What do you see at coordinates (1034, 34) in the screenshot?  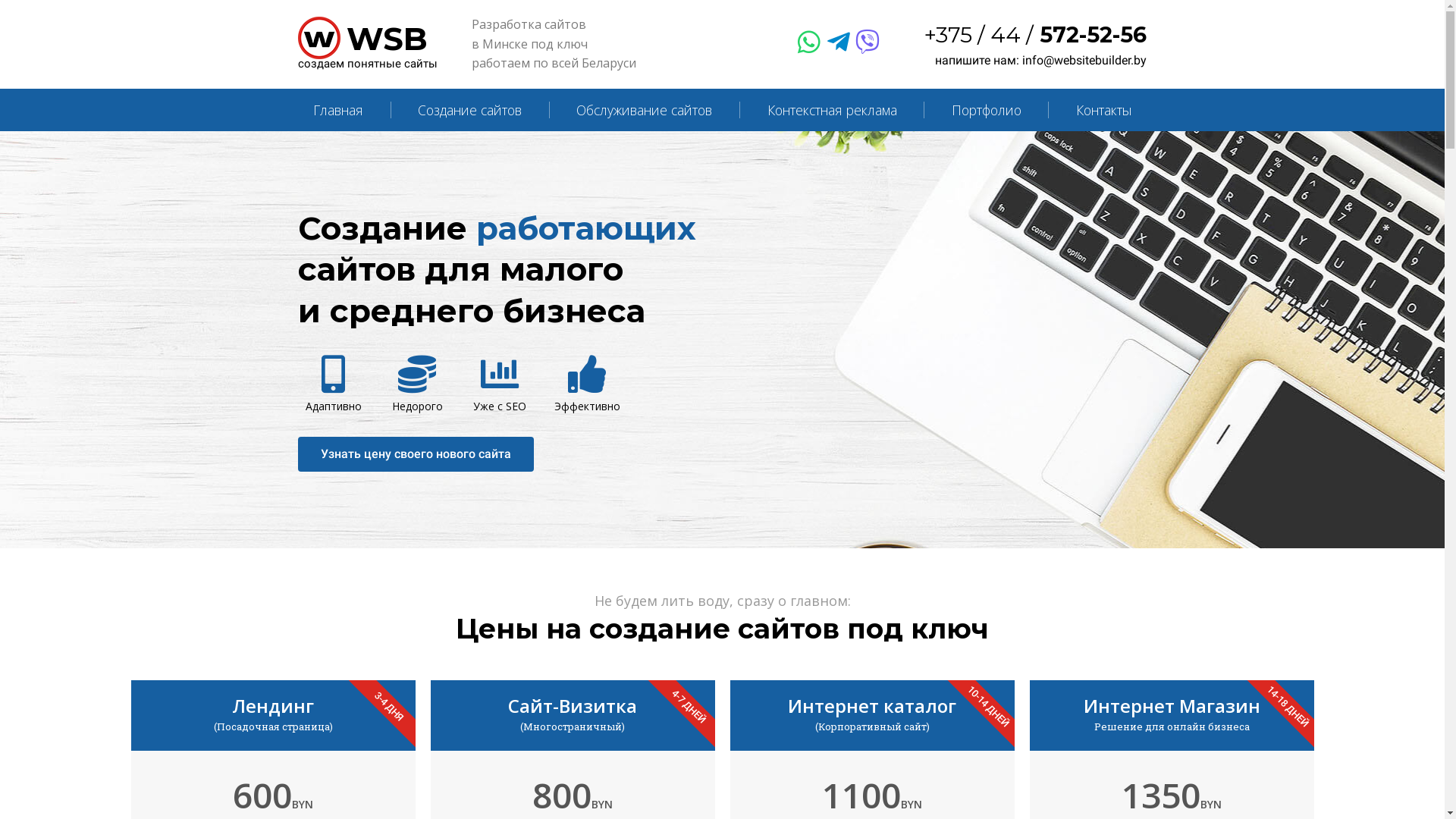 I see `'+375 / 44 / 572-52-56'` at bounding box center [1034, 34].